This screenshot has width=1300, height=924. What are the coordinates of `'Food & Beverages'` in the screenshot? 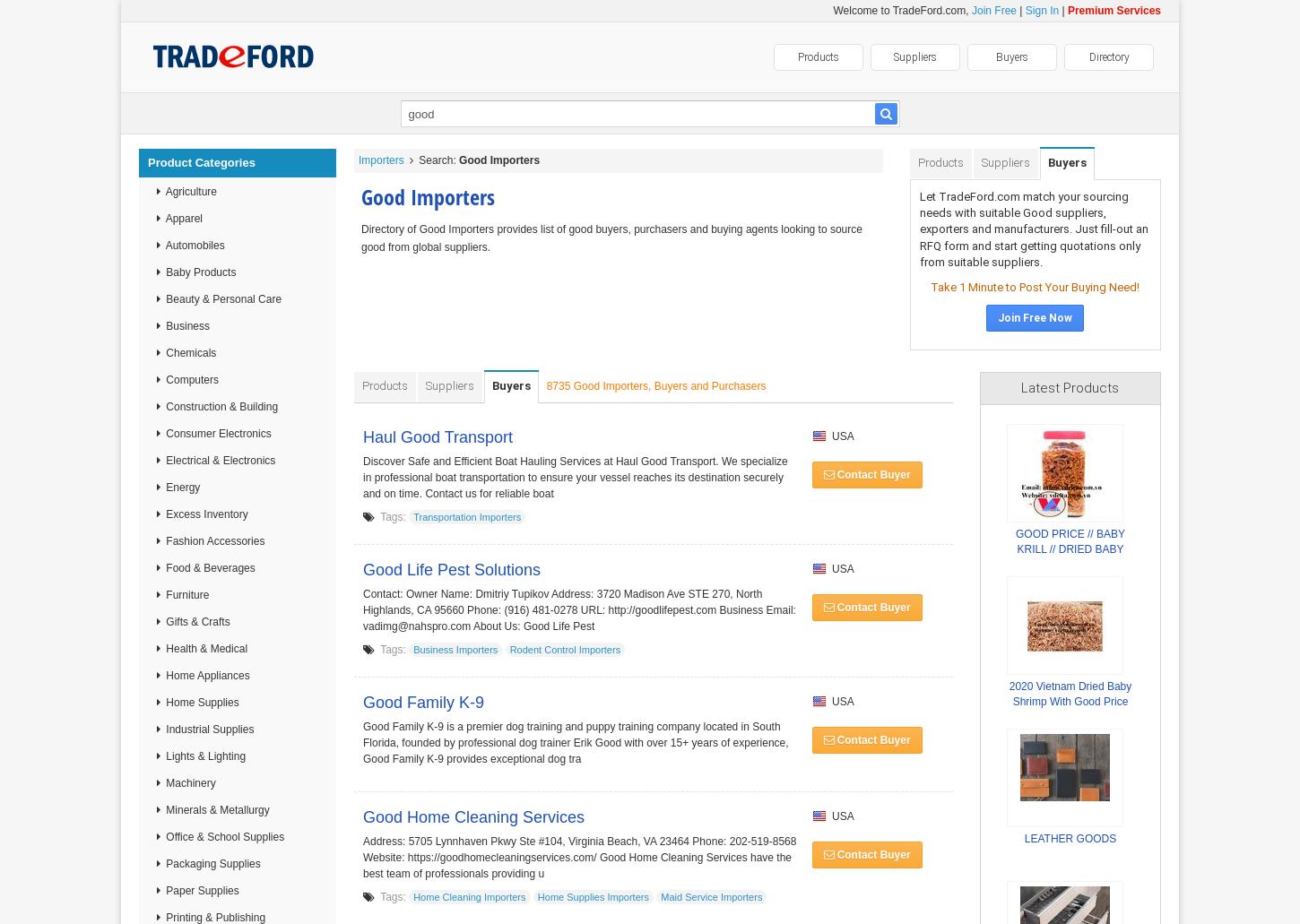 It's located at (208, 567).